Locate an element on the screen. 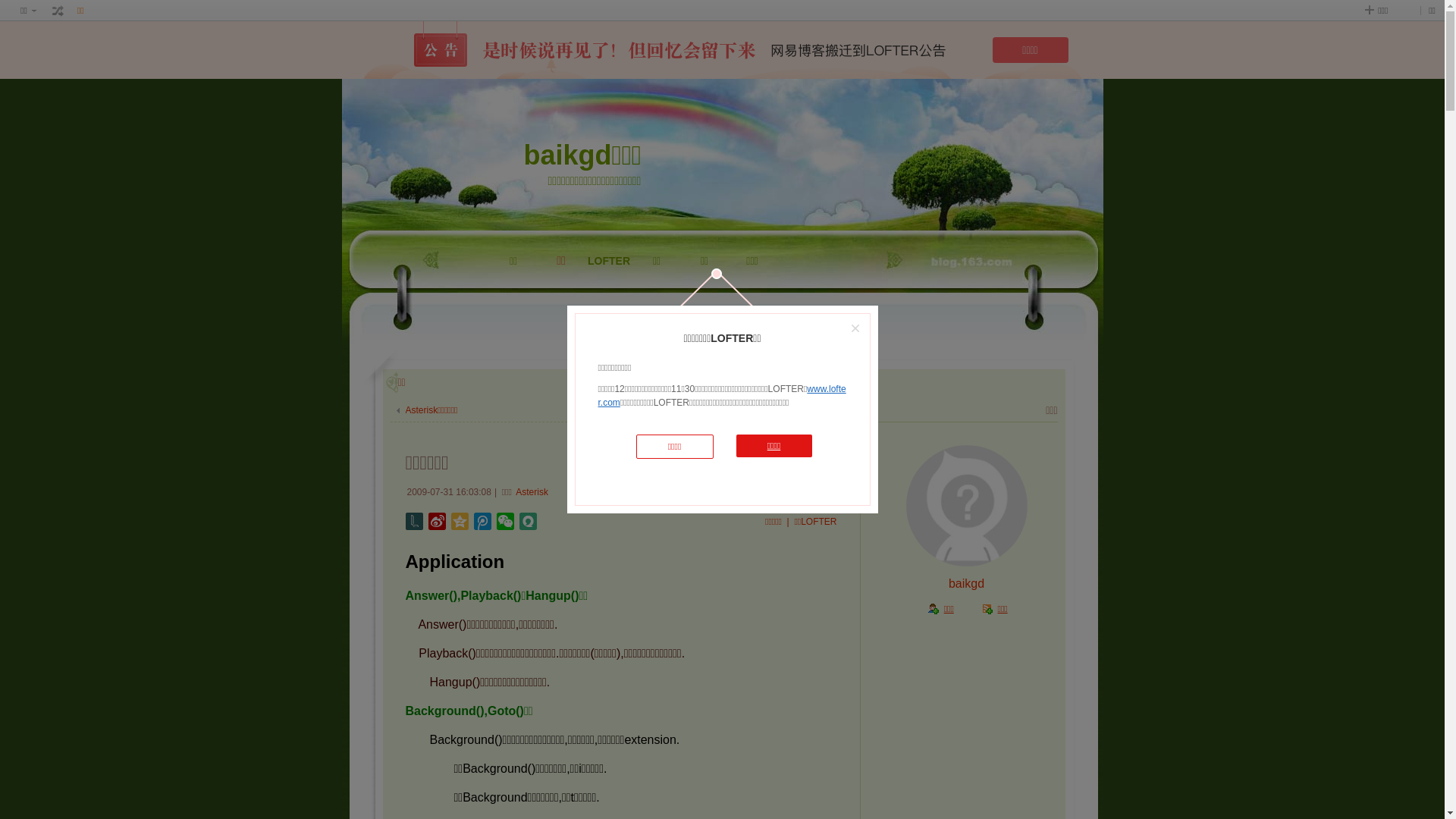  ' ' is located at coordinates (58, 11).